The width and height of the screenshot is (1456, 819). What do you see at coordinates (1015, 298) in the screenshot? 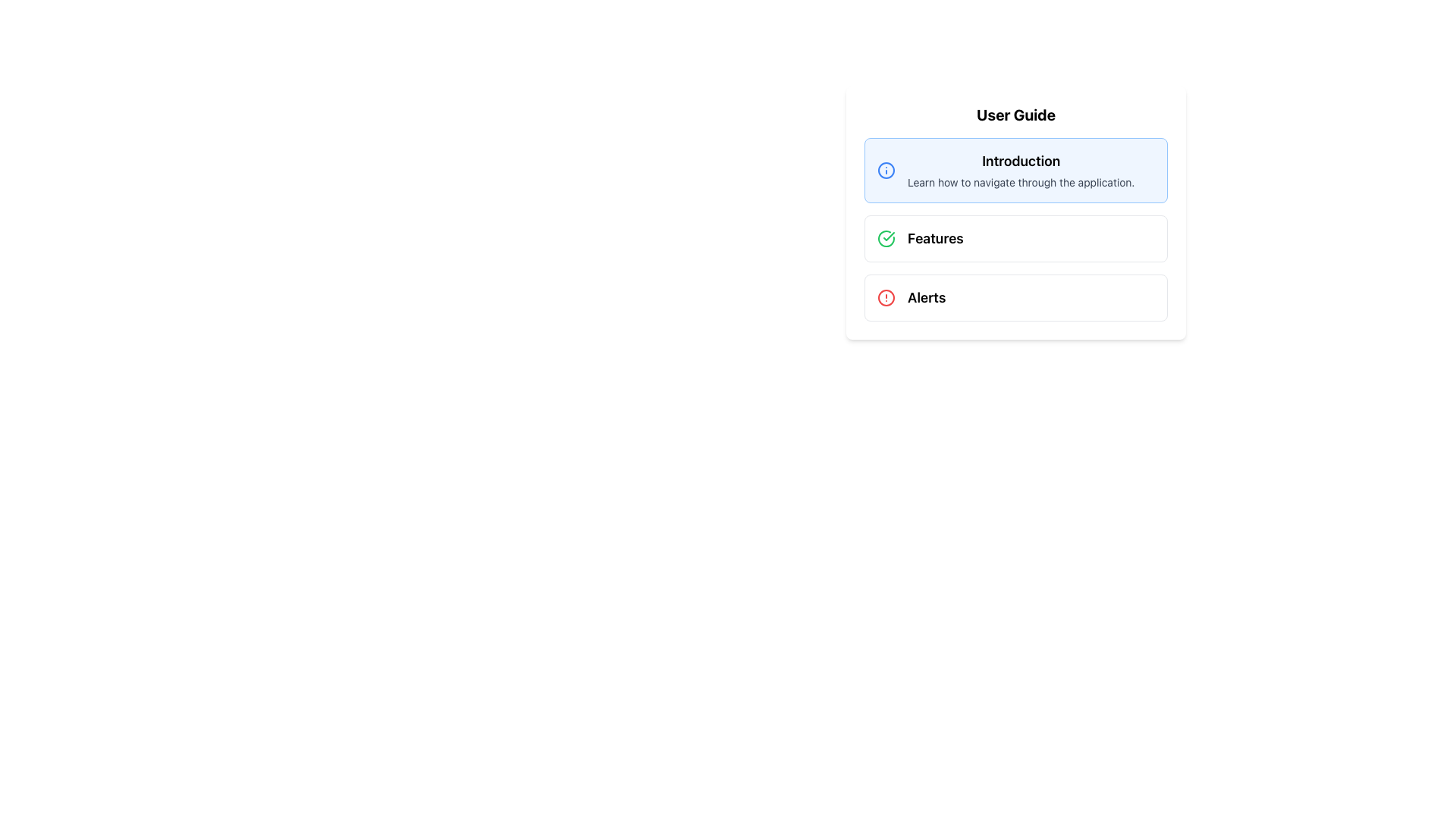
I see `the third navigational button labeled 'Alerts' located within the 'User Guide' section` at bounding box center [1015, 298].